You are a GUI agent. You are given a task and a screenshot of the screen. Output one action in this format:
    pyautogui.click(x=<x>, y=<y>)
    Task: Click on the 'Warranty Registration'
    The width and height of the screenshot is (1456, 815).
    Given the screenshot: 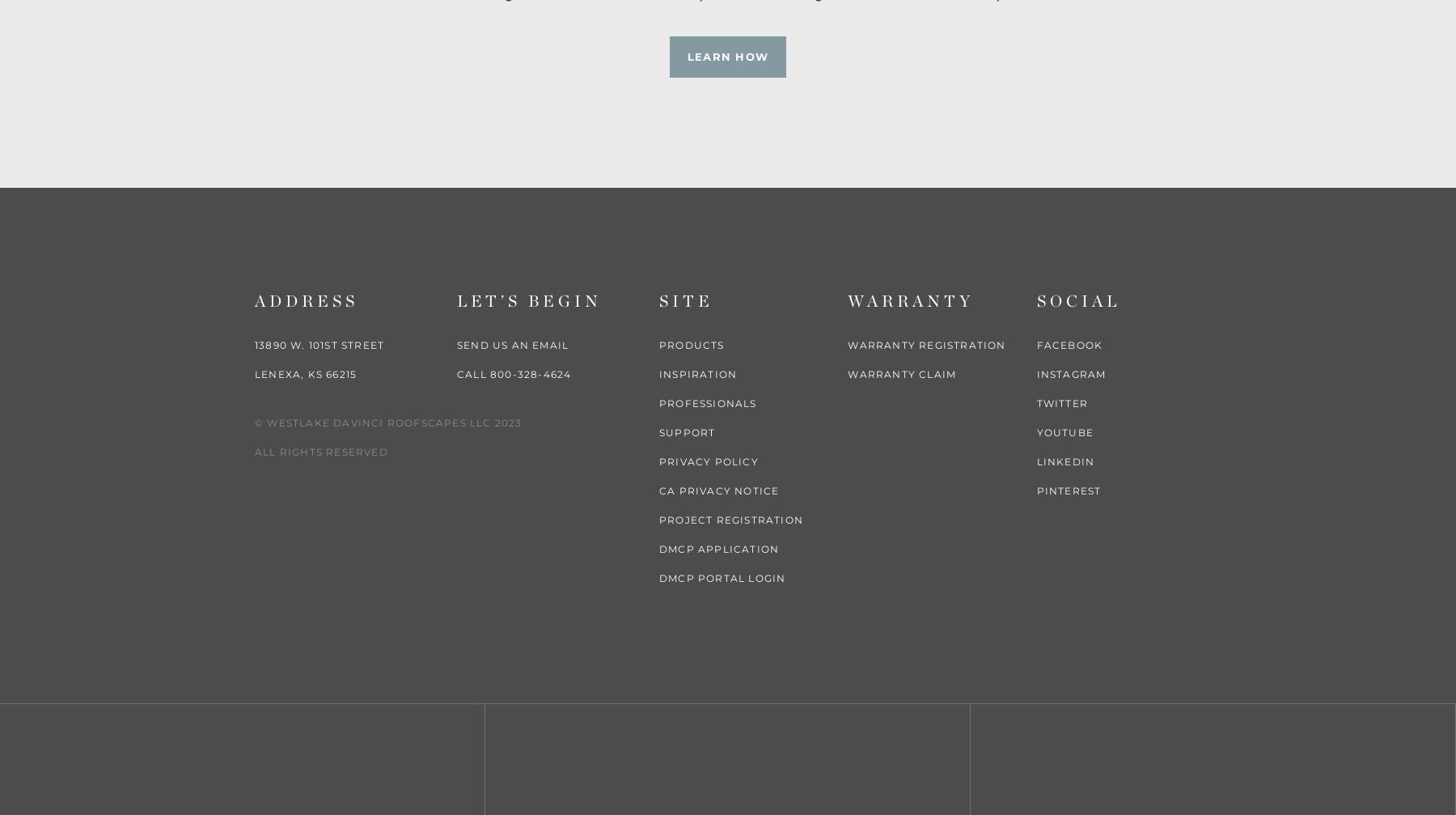 What is the action you would take?
    pyautogui.click(x=925, y=344)
    